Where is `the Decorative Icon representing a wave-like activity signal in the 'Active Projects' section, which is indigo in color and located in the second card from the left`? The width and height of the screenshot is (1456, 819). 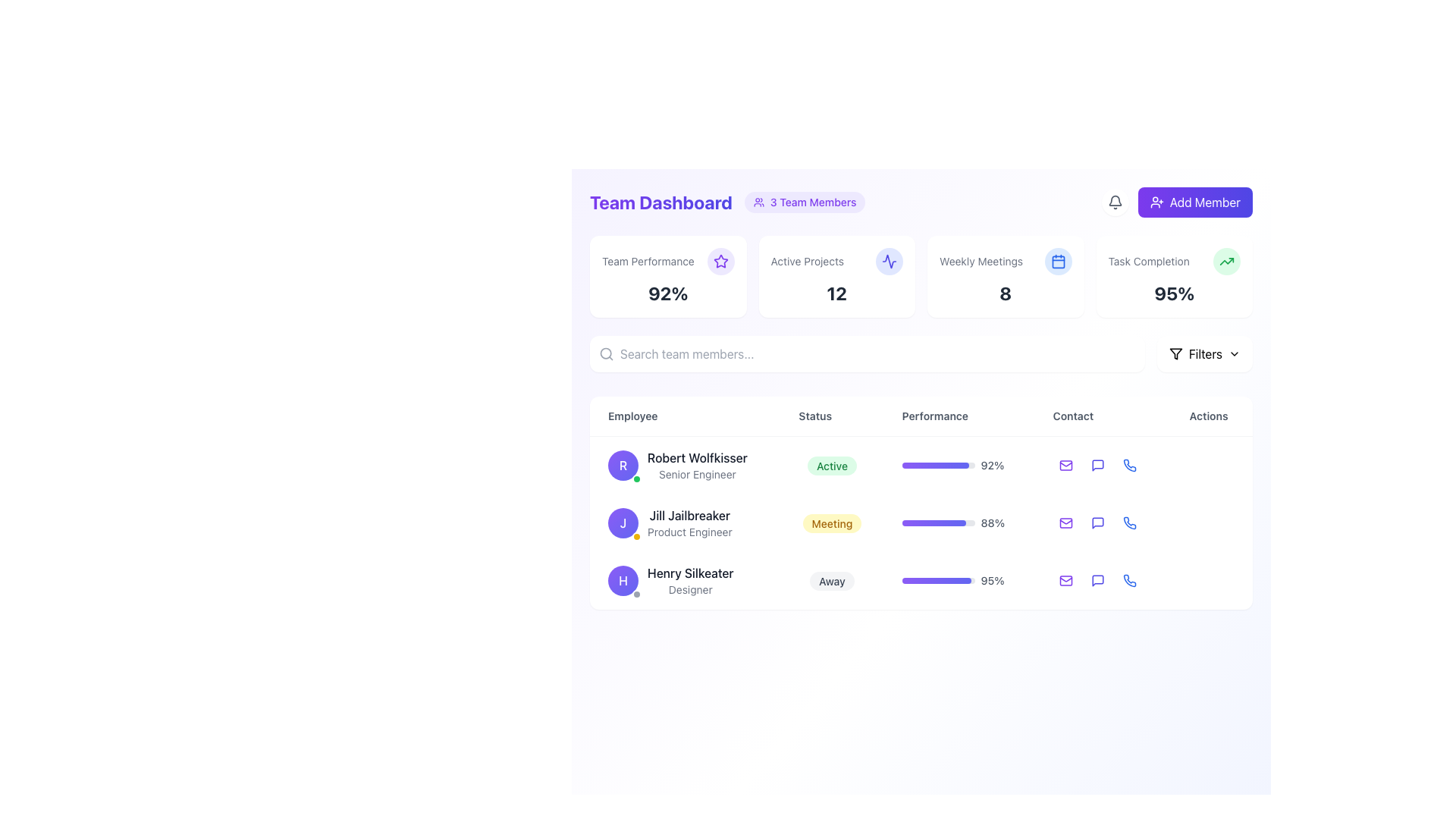
the Decorative Icon representing a wave-like activity signal in the 'Active Projects' section, which is indigo in color and located in the second card from the left is located at coordinates (889, 260).